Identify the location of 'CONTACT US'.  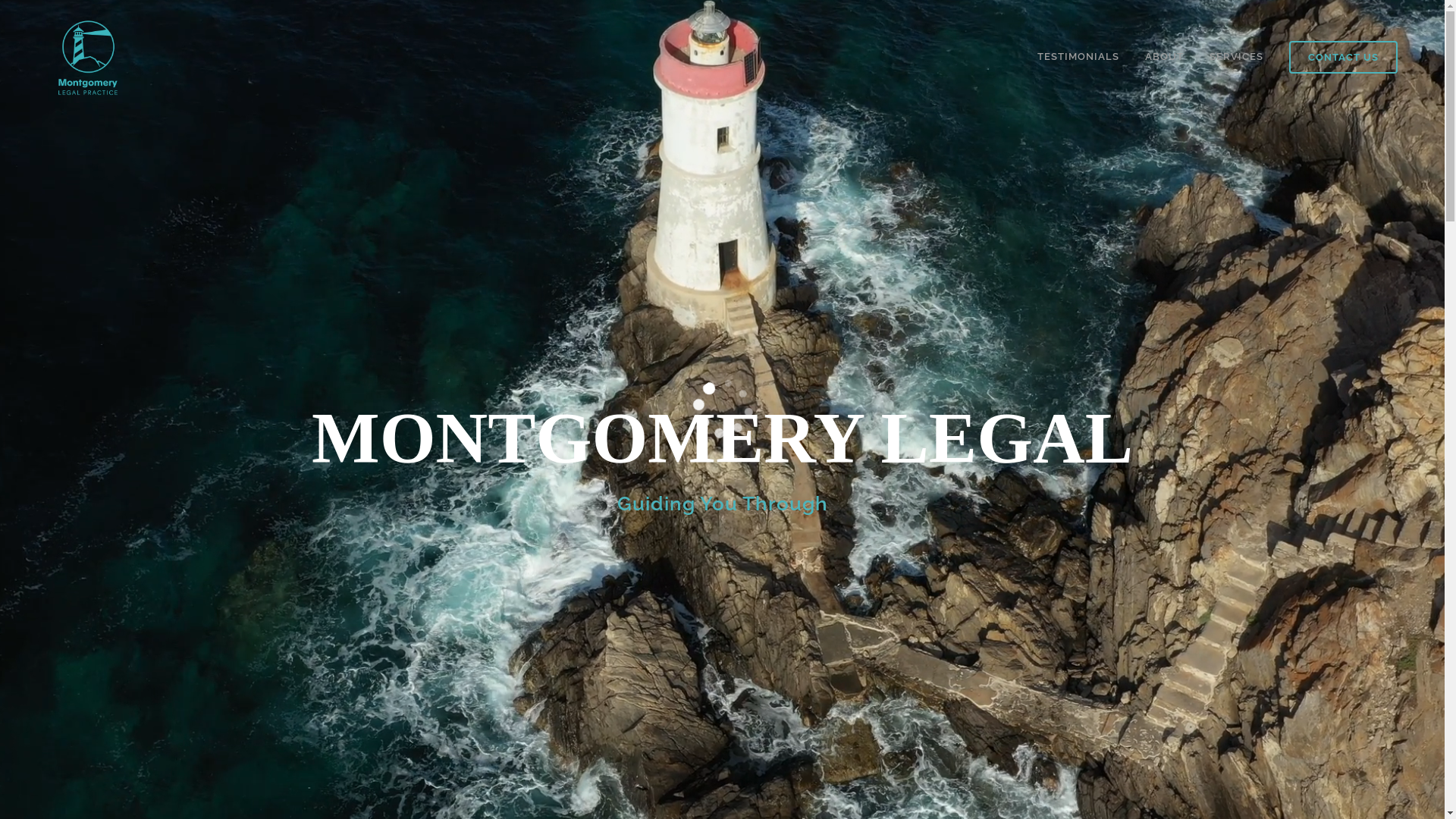
(1343, 56).